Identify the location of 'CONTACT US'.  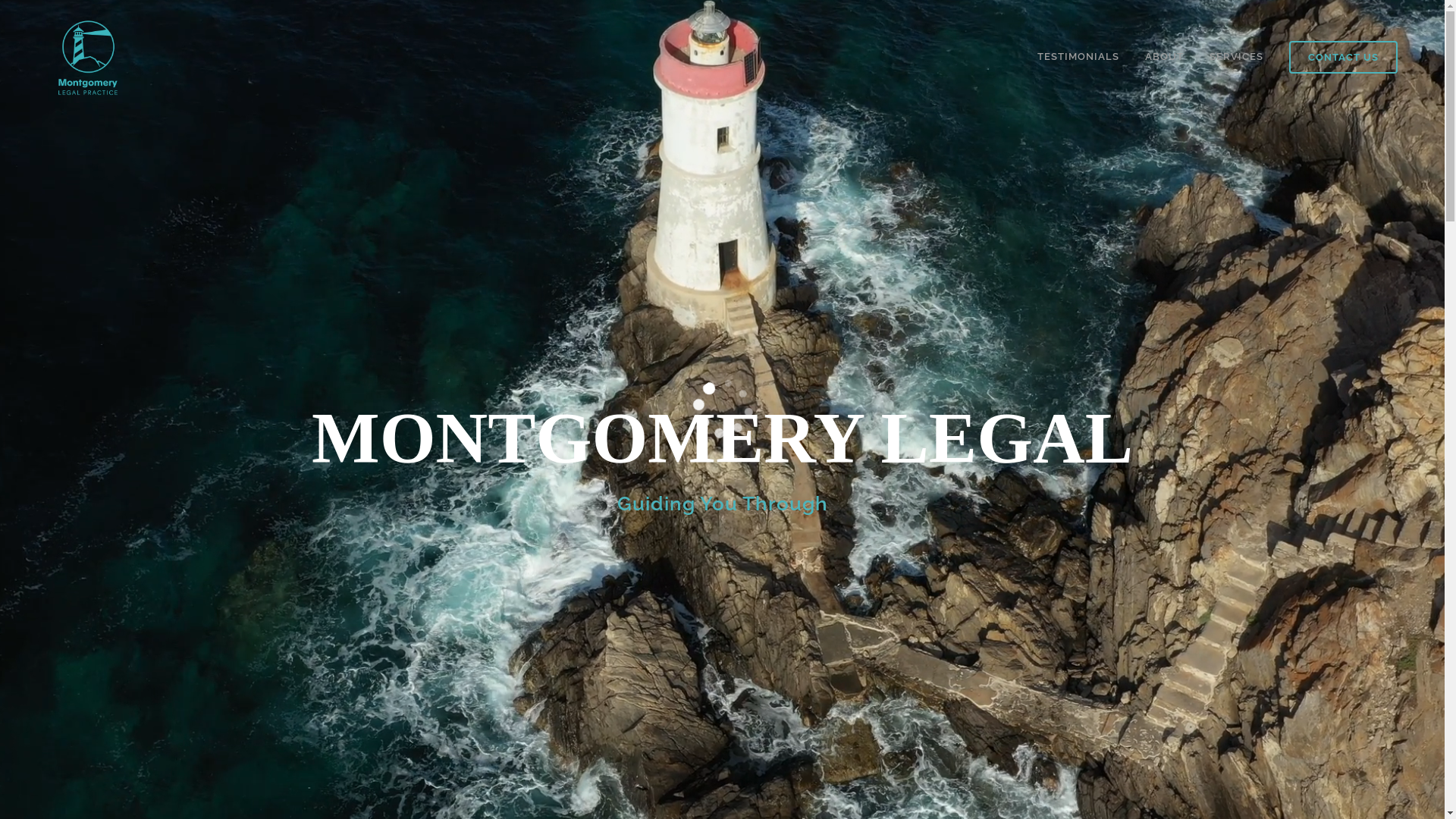
(1343, 56).